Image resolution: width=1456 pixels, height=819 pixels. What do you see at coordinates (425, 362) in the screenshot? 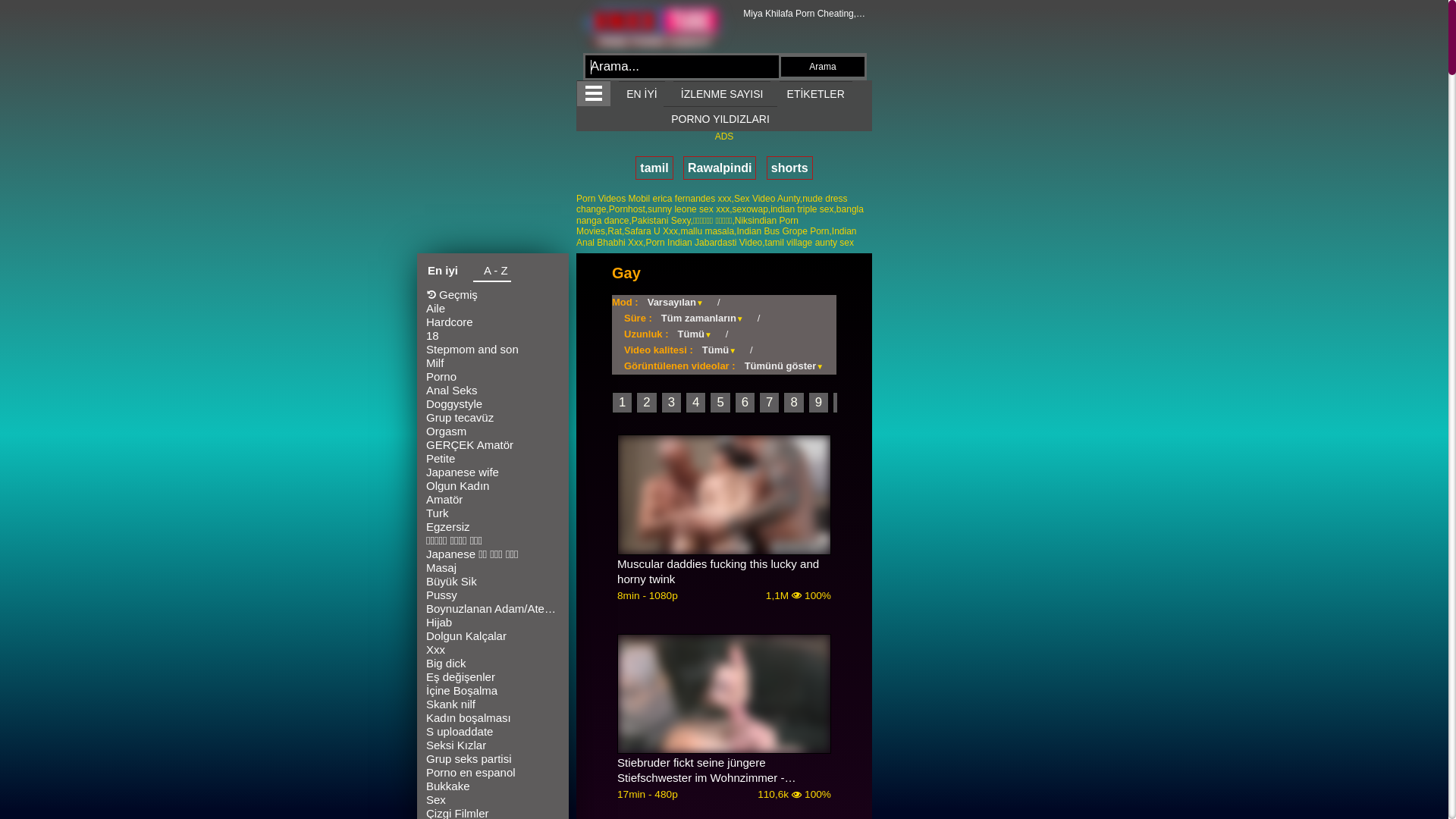
I see `'Milf'` at bounding box center [425, 362].